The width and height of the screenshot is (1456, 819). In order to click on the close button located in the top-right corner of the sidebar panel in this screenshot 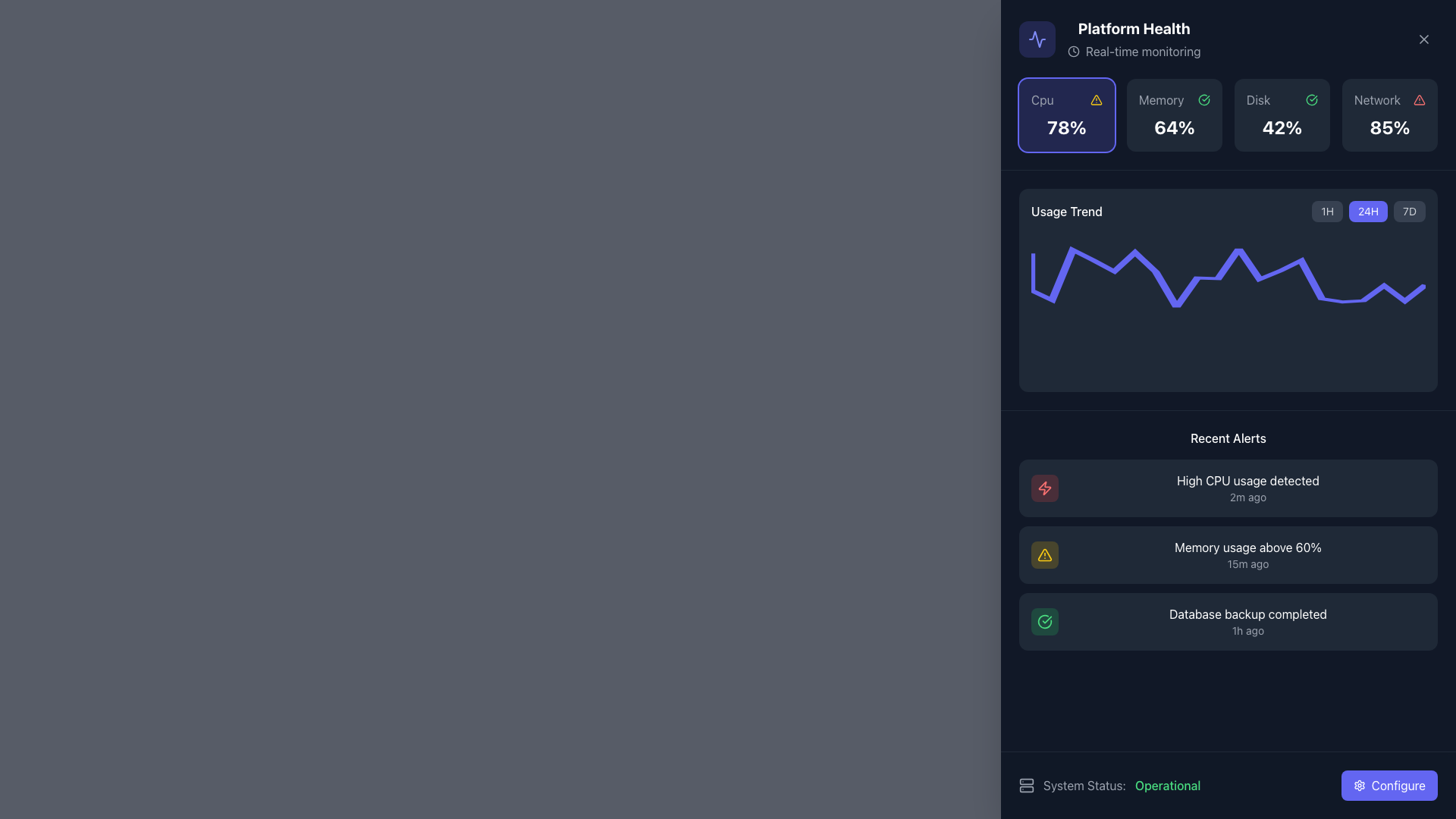, I will do `click(1423, 38)`.